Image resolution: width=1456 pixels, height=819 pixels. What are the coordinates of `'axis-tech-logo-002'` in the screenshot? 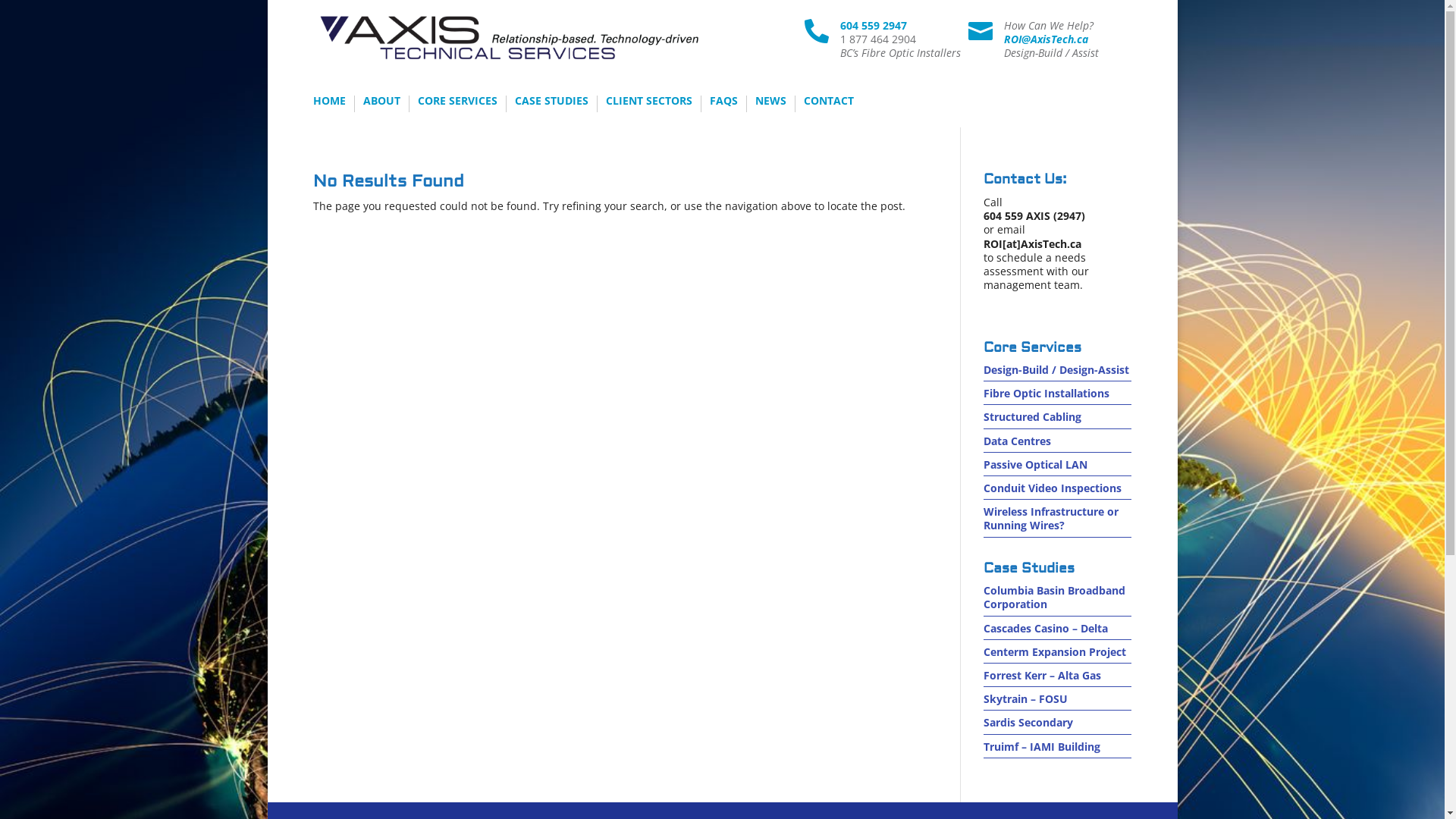 It's located at (509, 37).